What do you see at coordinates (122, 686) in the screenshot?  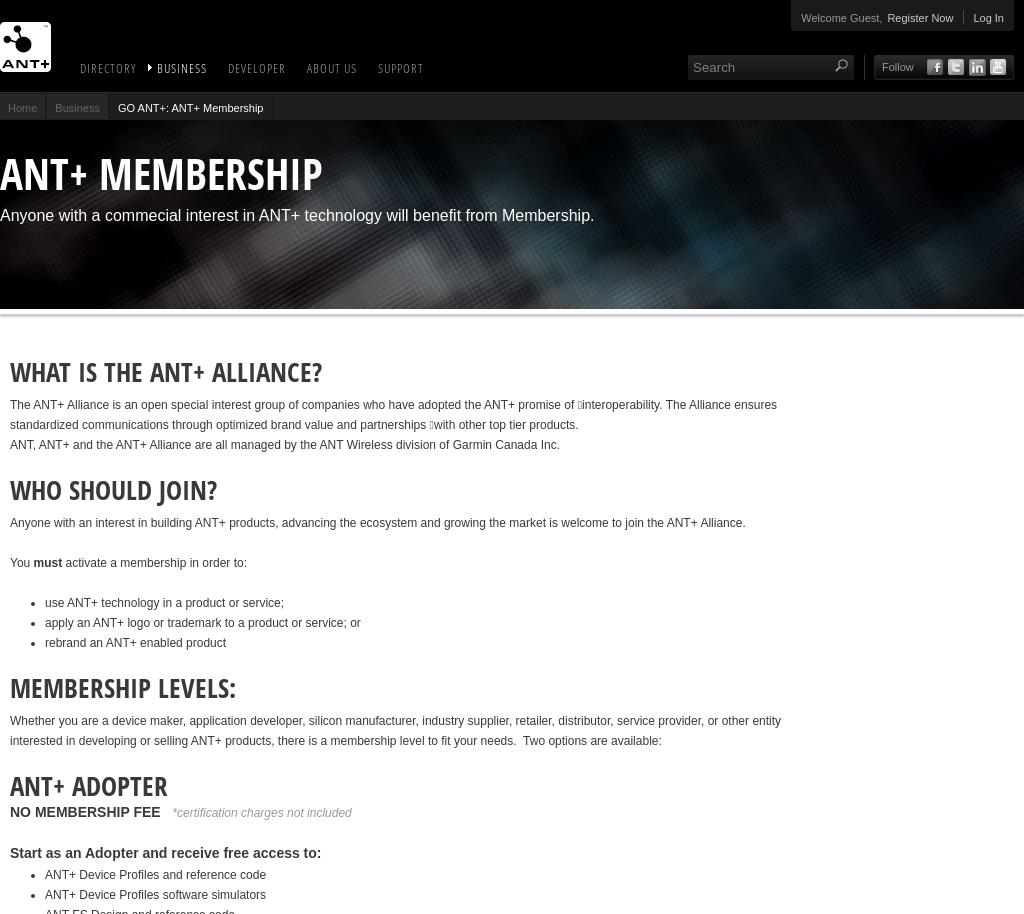 I see `'MEMBERSHIP LEVELS:'` at bounding box center [122, 686].